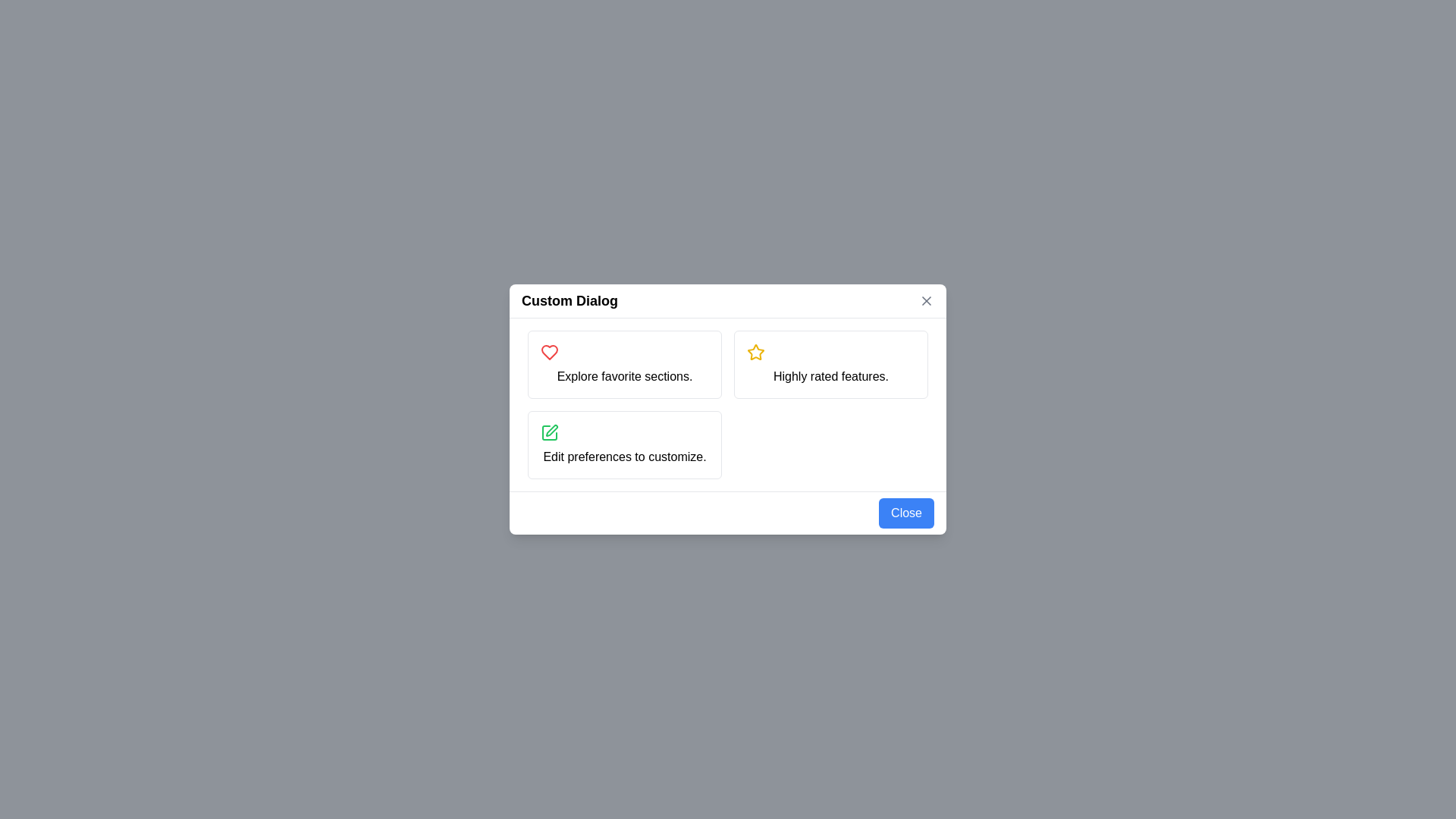 The width and height of the screenshot is (1456, 819). Describe the element at coordinates (548, 353) in the screenshot. I see `the heart icon representing the 'Explore favorite sections' feature in the top-left card of the dialog` at that location.